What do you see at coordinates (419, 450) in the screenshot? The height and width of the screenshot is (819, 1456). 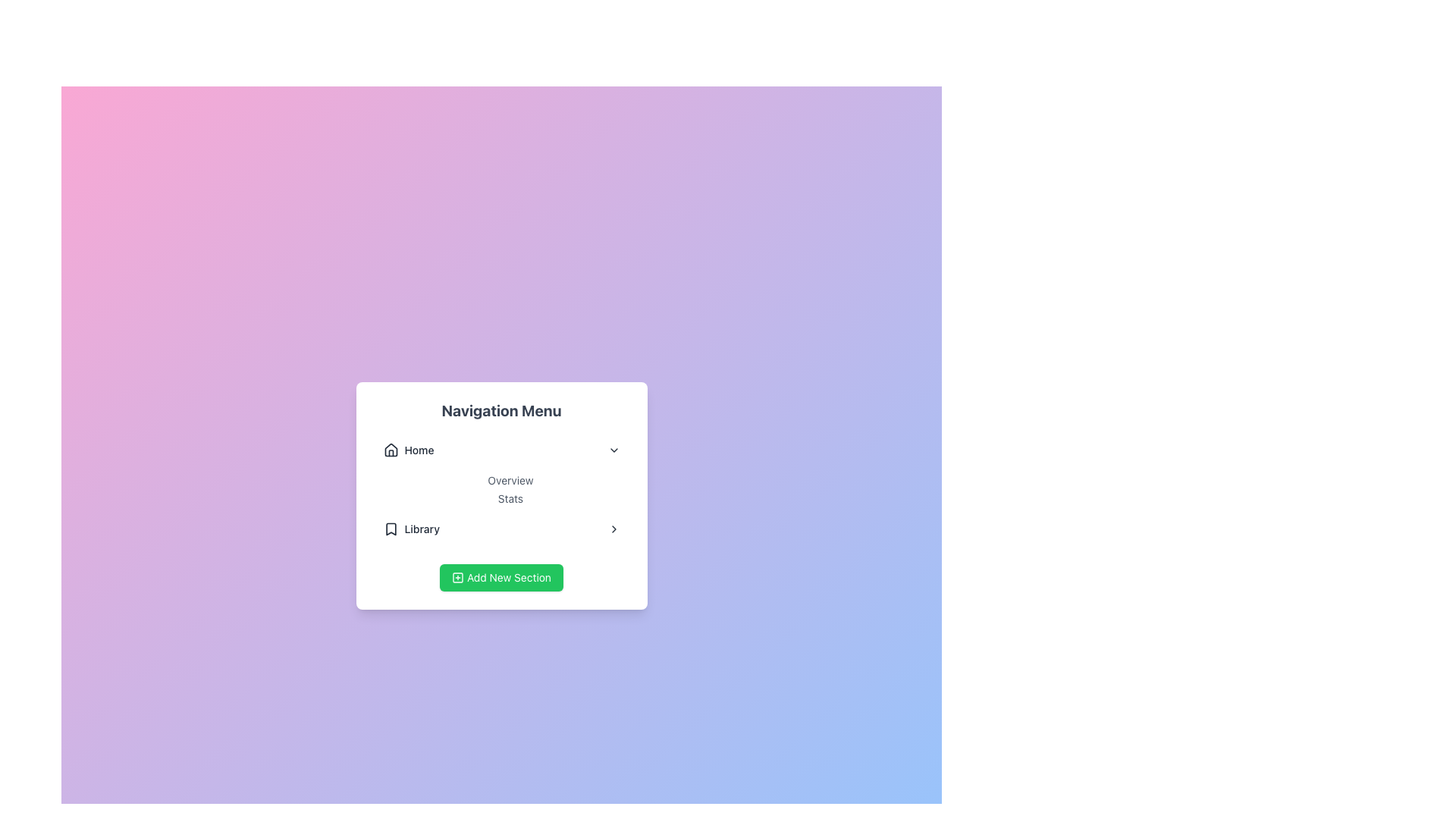 I see `the 'Home' text label, which is displayed in a medium-sized, sans-serif font and is part of the navigation menu in the upper-left section` at bounding box center [419, 450].